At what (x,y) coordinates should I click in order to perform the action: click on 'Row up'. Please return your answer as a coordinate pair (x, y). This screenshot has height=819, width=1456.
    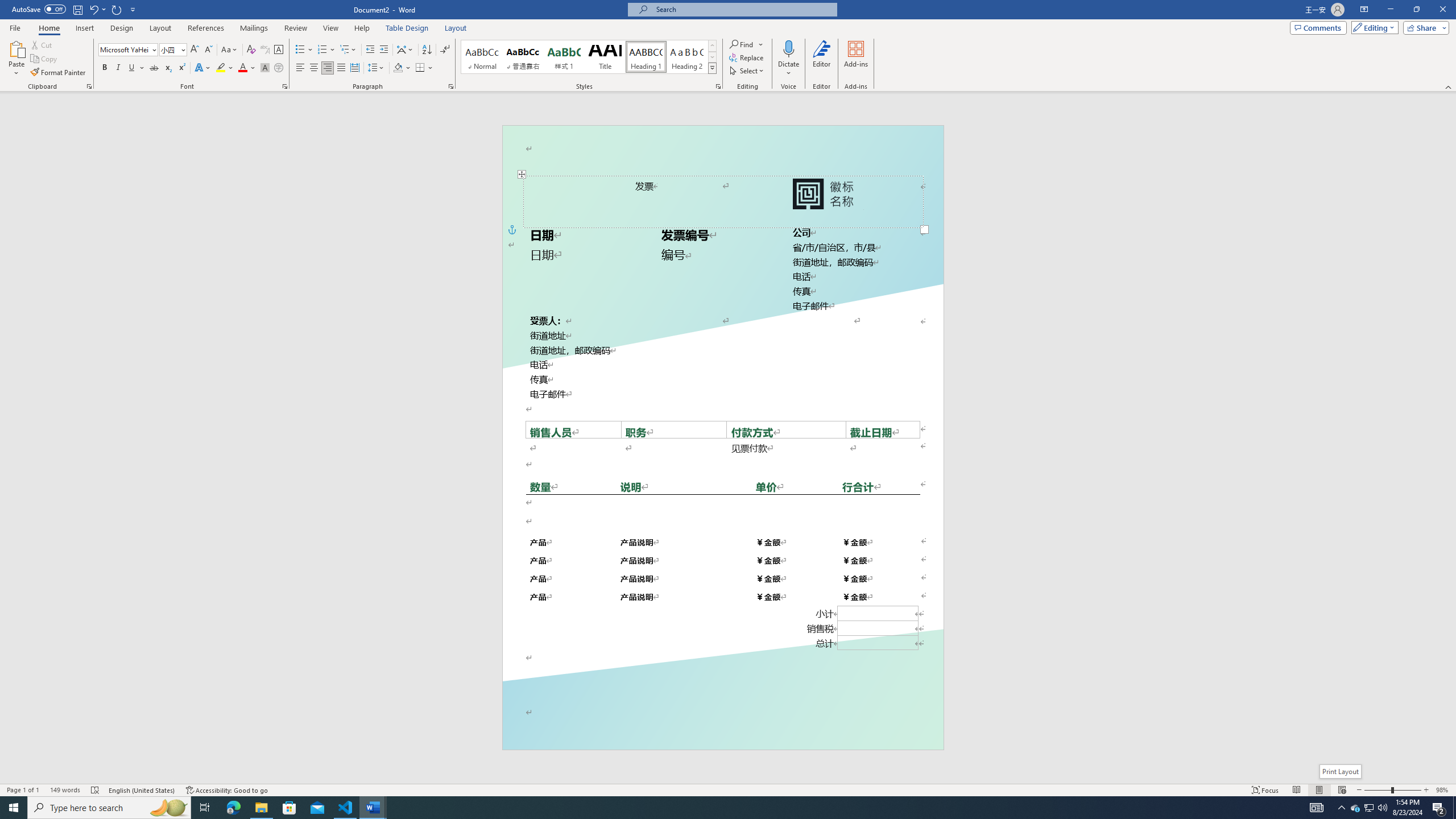
    Looking at the image, I should click on (712, 45).